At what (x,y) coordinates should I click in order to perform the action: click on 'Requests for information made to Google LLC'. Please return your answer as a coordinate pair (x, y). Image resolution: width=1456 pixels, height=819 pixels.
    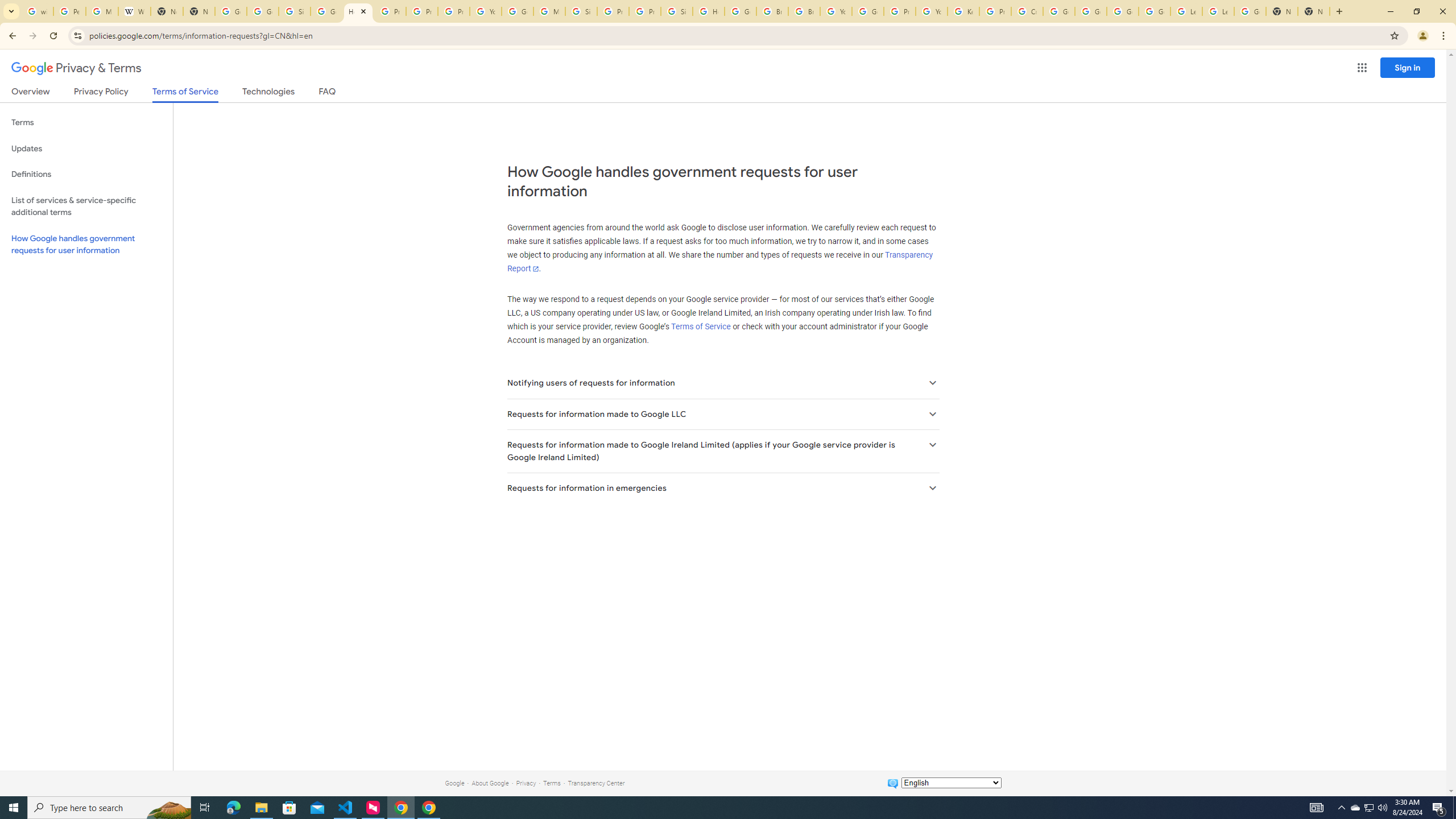
    Looking at the image, I should click on (723, 413).